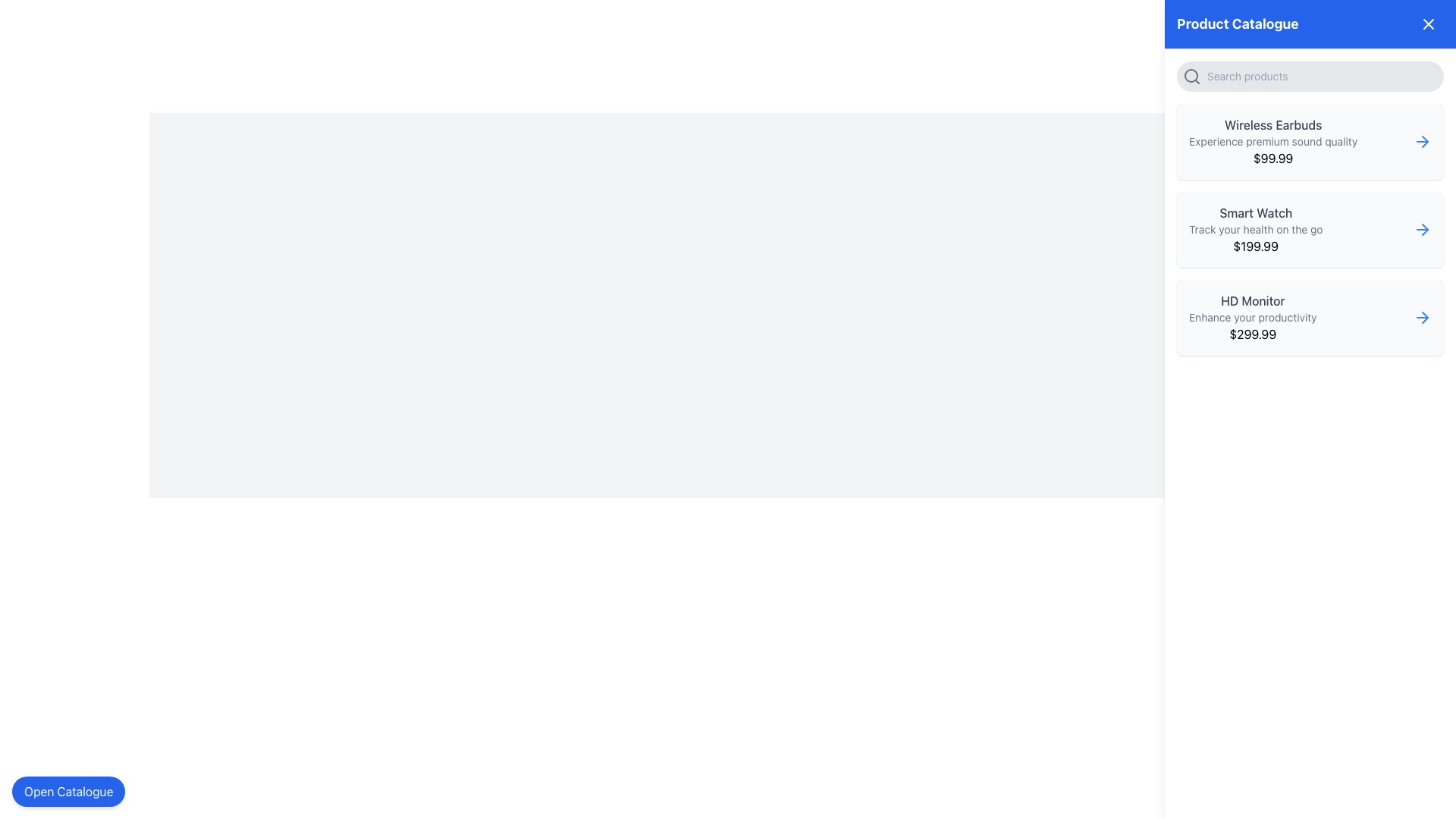  What do you see at coordinates (1256, 230) in the screenshot?
I see `text block displaying product information, which includes the title 'Smart Watch', the description 'Track your health on the go', and the price '$199.99'. This text block is the second entry in the product list on the right-hand side panel` at bounding box center [1256, 230].